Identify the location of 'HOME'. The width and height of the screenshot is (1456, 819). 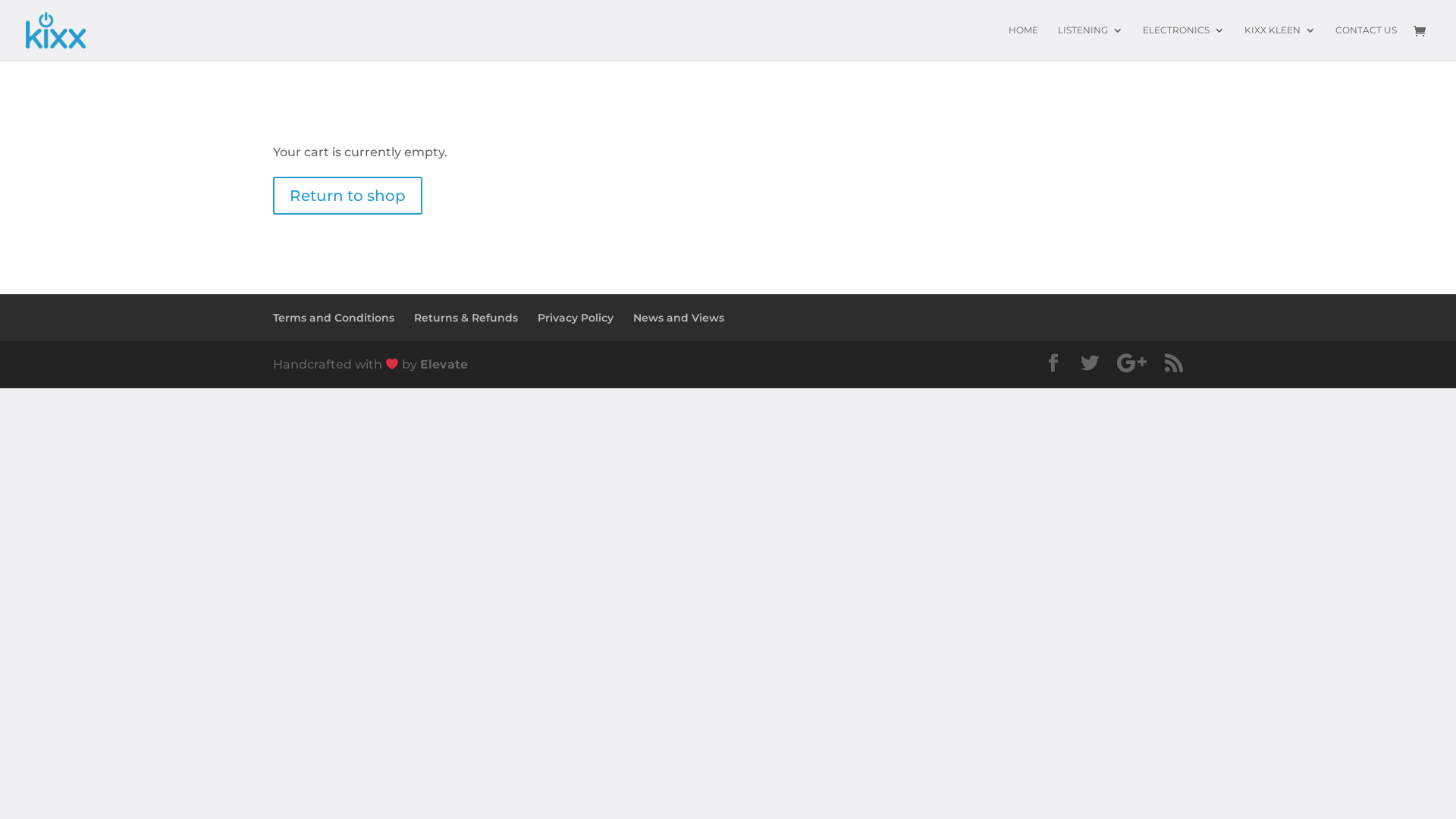
(1023, 42).